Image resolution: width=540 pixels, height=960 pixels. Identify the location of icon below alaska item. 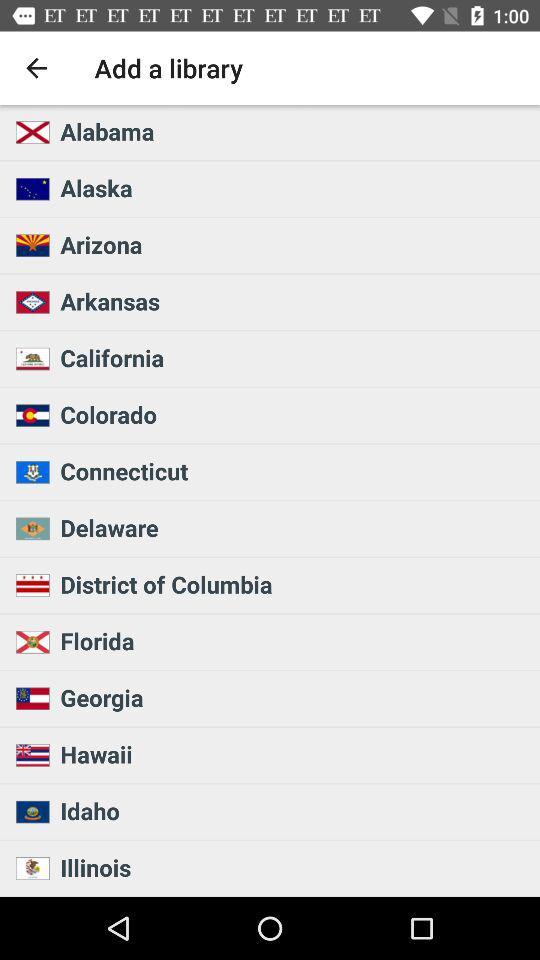
(293, 243).